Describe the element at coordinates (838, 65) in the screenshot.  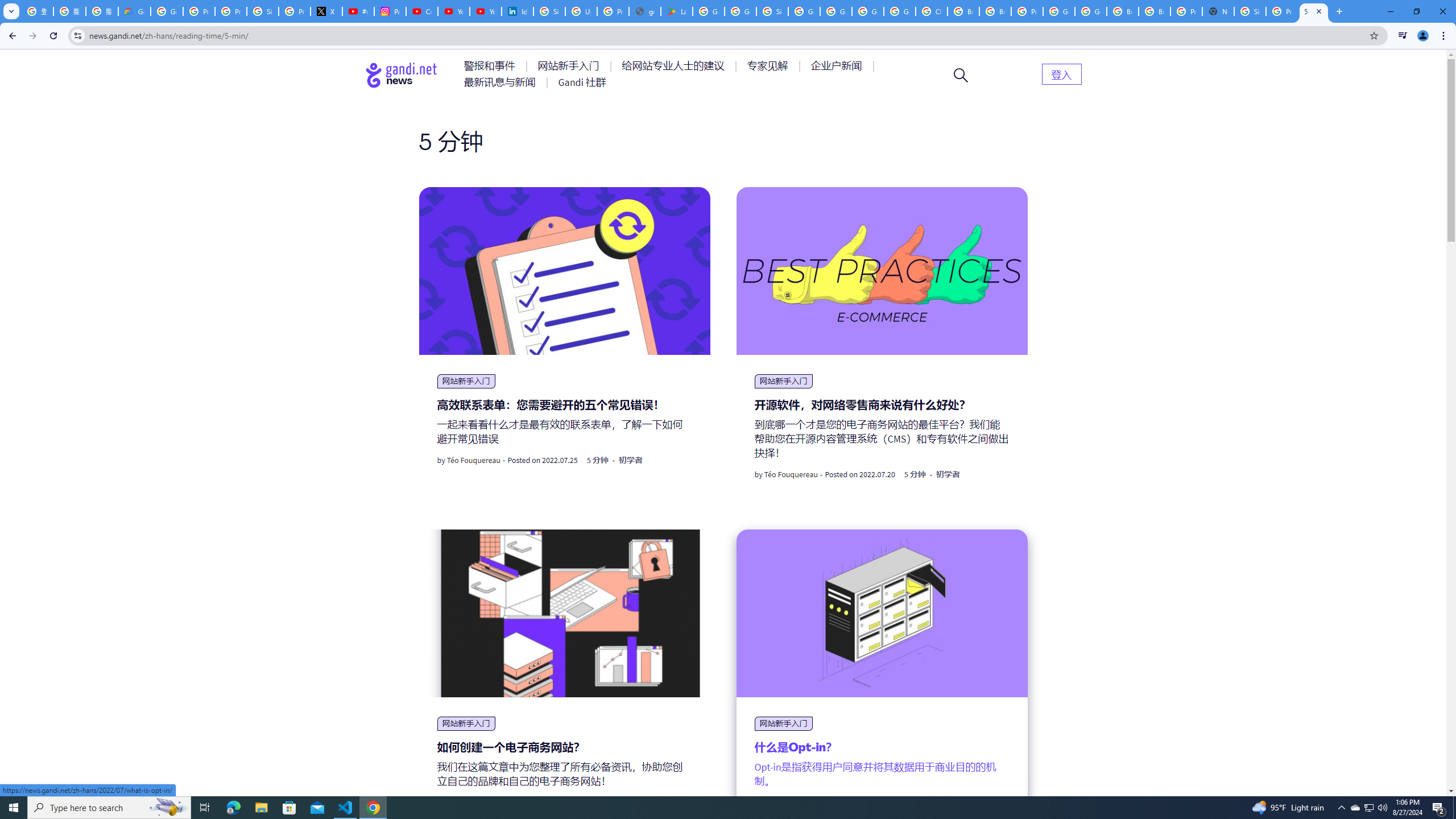
I see `'AutomationID: menu-item-77765'` at that location.